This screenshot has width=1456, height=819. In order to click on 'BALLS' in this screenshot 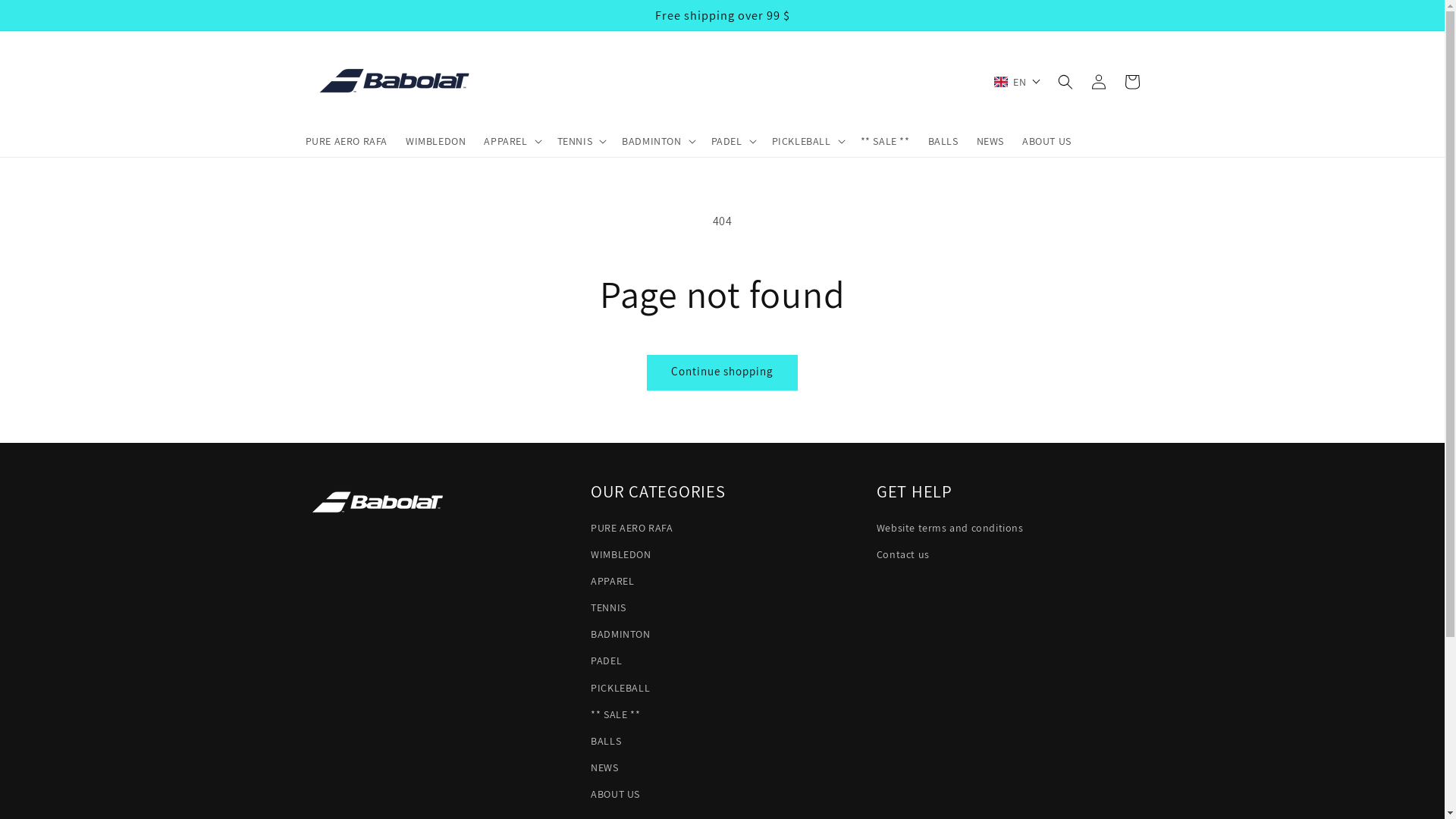, I will do `click(589, 740)`.